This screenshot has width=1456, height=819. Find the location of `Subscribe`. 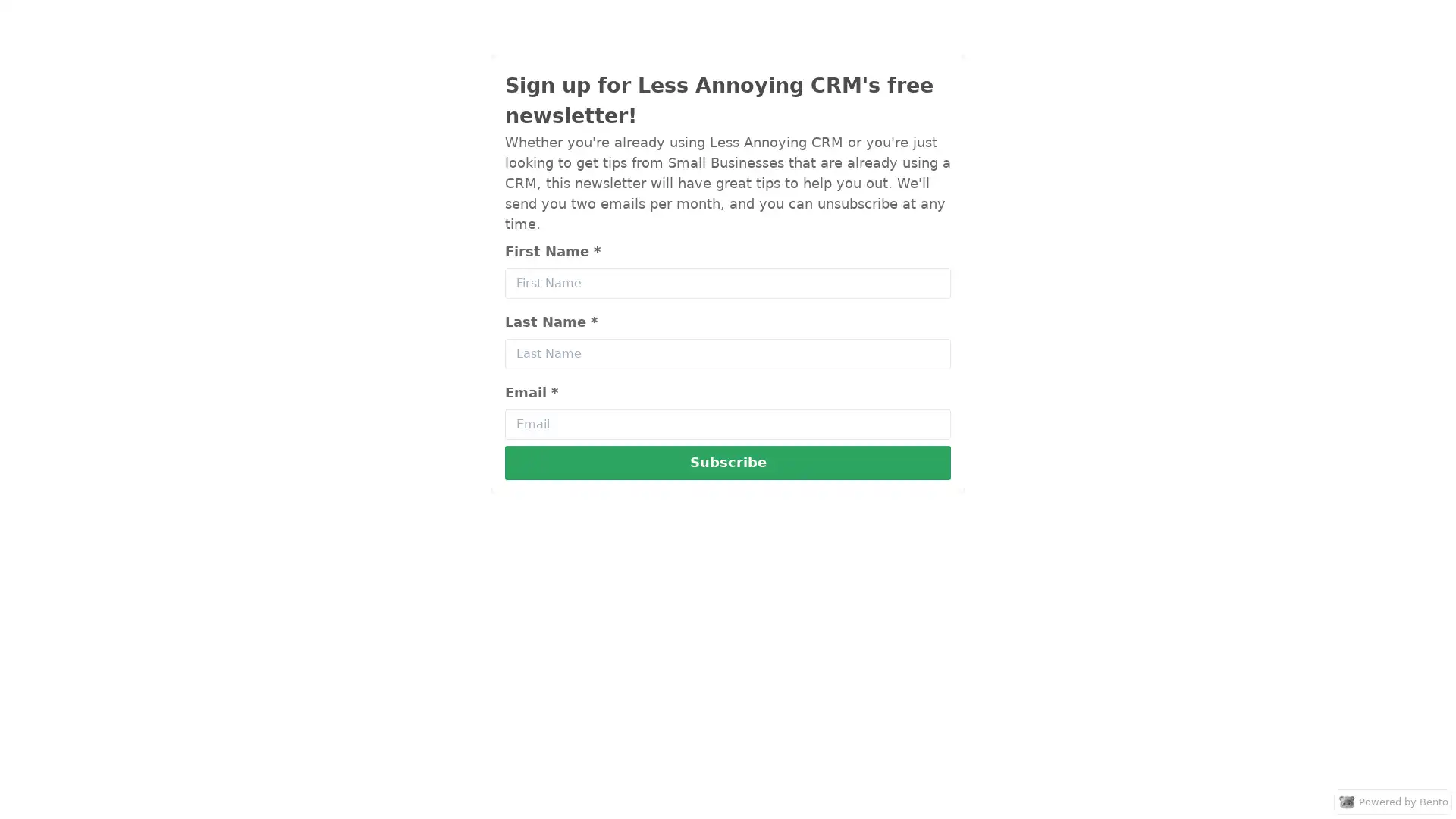

Subscribe is located at coordinates (728, 461).